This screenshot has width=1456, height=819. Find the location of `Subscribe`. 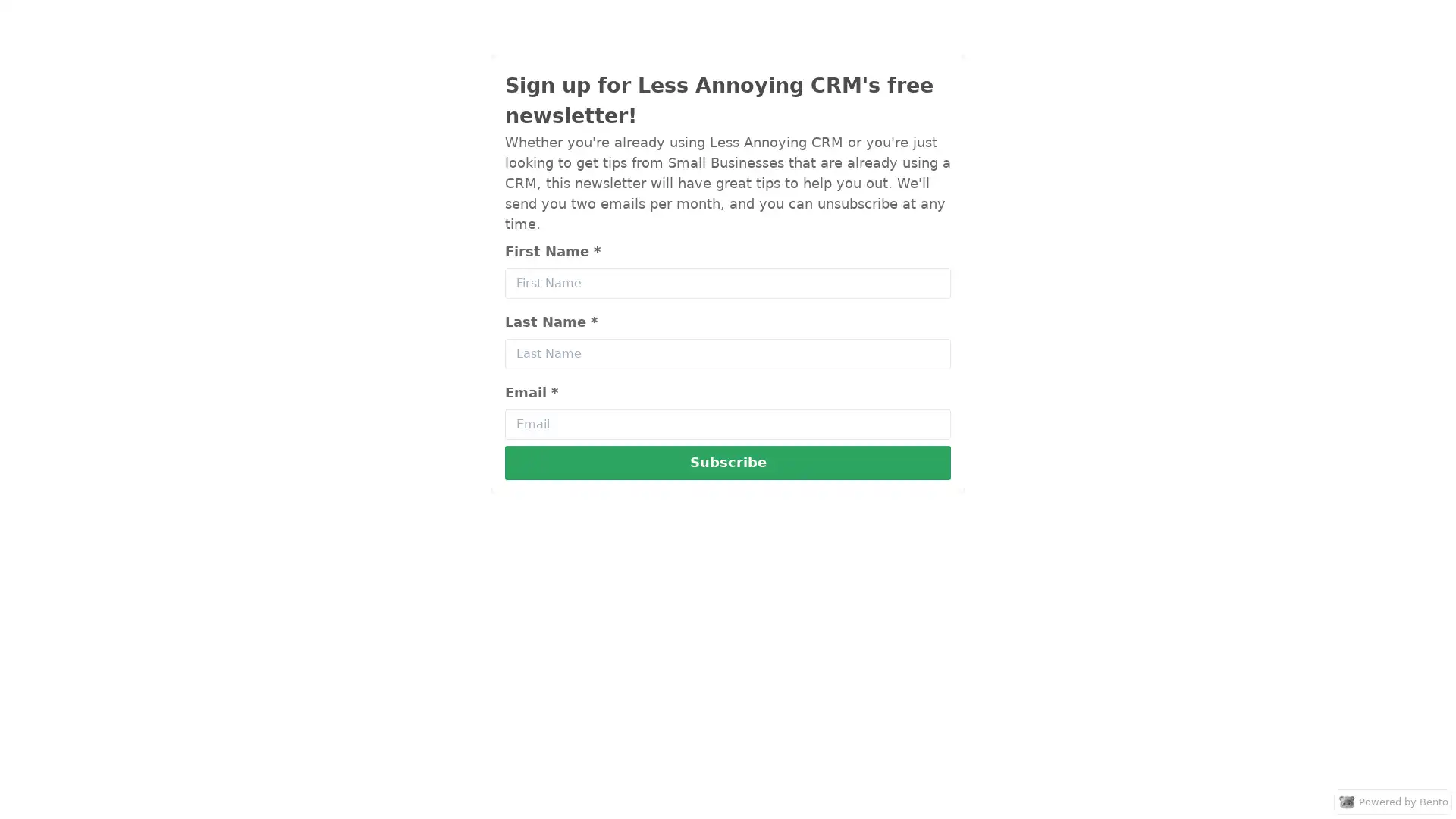

Subscribe is located at coordinates (728, 461).